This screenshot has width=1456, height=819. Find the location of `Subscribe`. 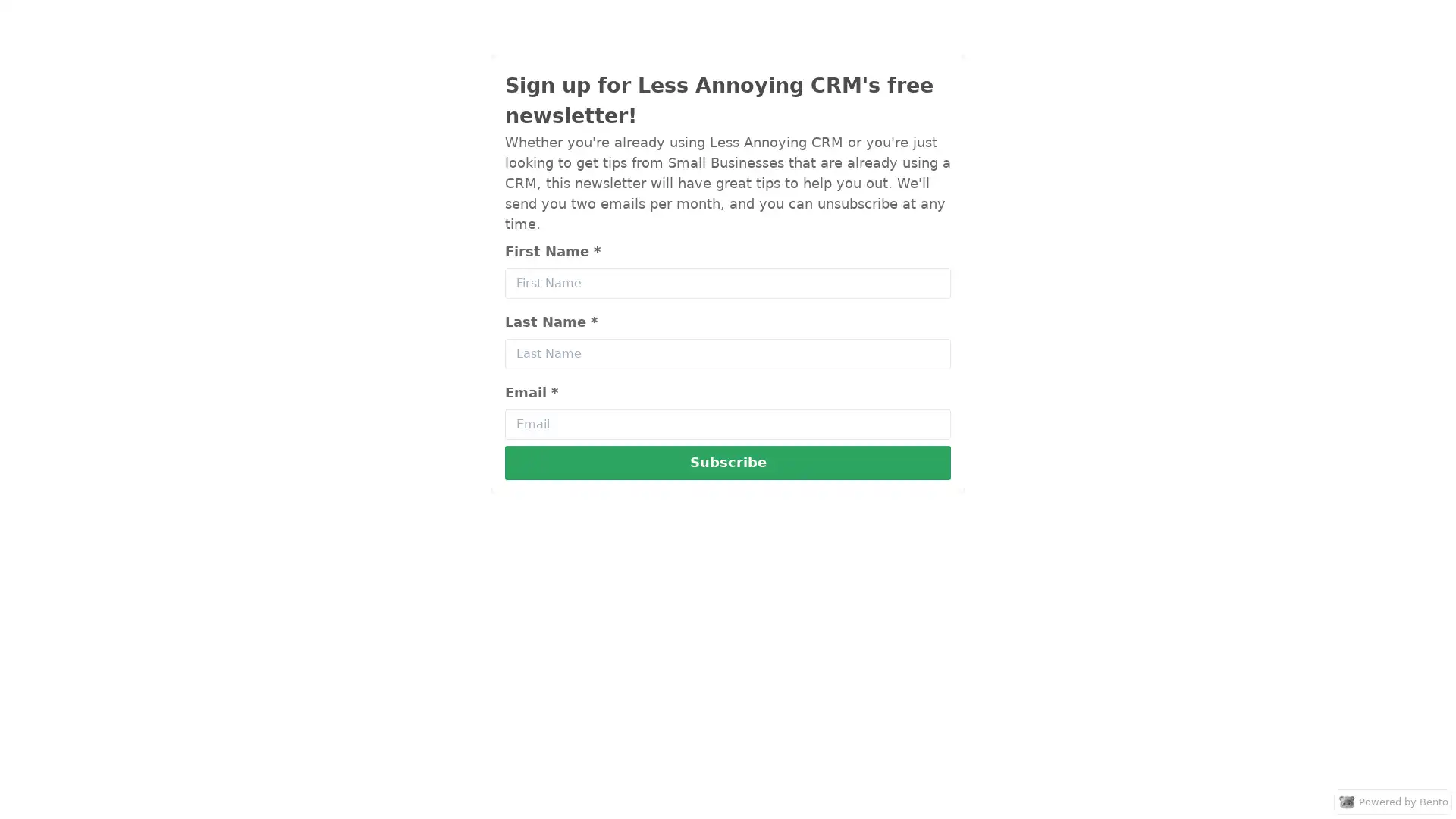

Subscribe is located at coordinates (728, 461).